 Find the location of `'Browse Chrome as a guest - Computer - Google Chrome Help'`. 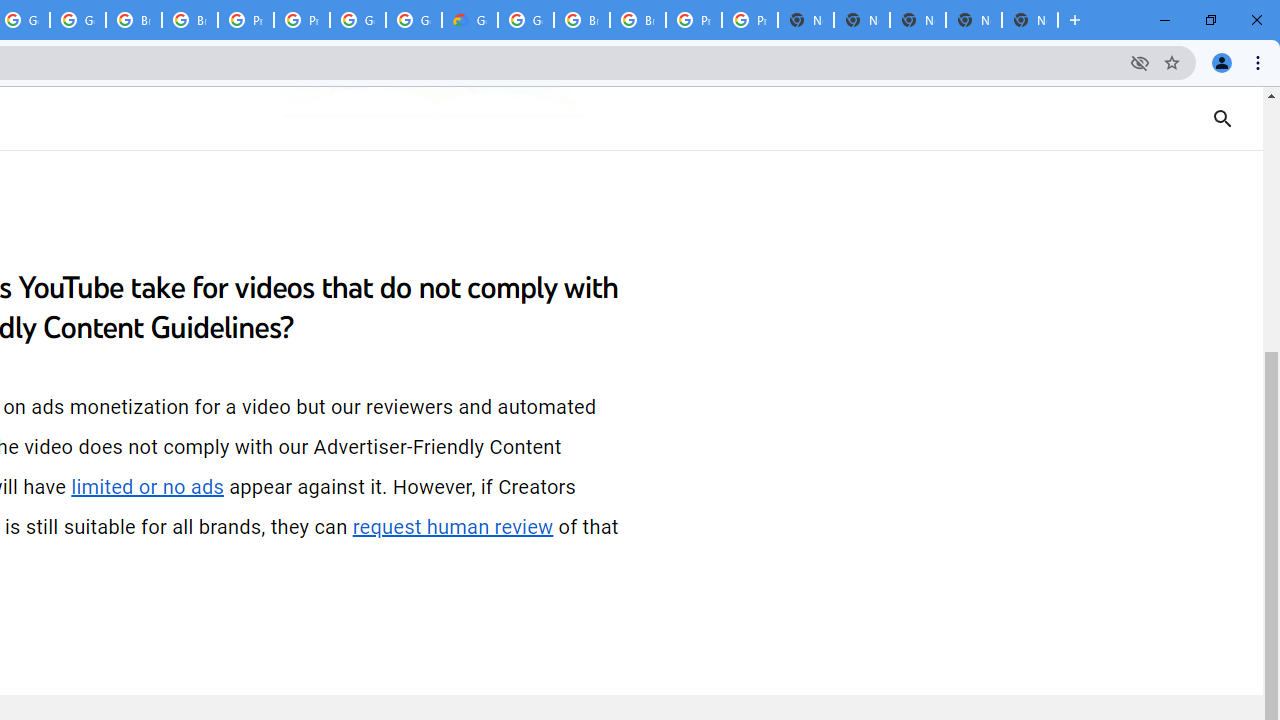

'Browse Chrome as a guest - Computer - Google Chrome Help' is located at coordinates (581, 20).